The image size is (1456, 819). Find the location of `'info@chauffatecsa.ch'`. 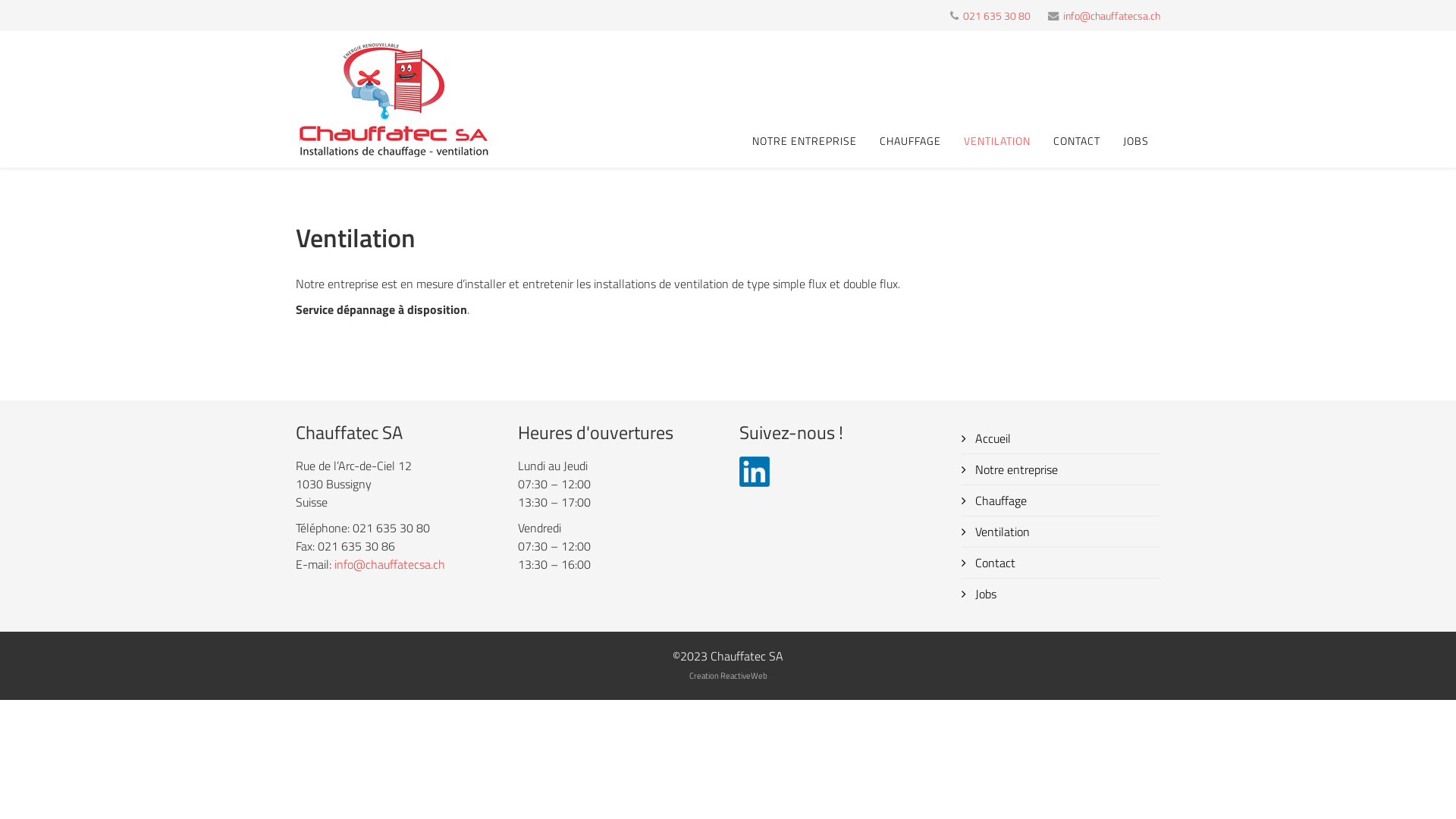

'info@chauffatecsa.ch' is located at coordinates (1111, 15).